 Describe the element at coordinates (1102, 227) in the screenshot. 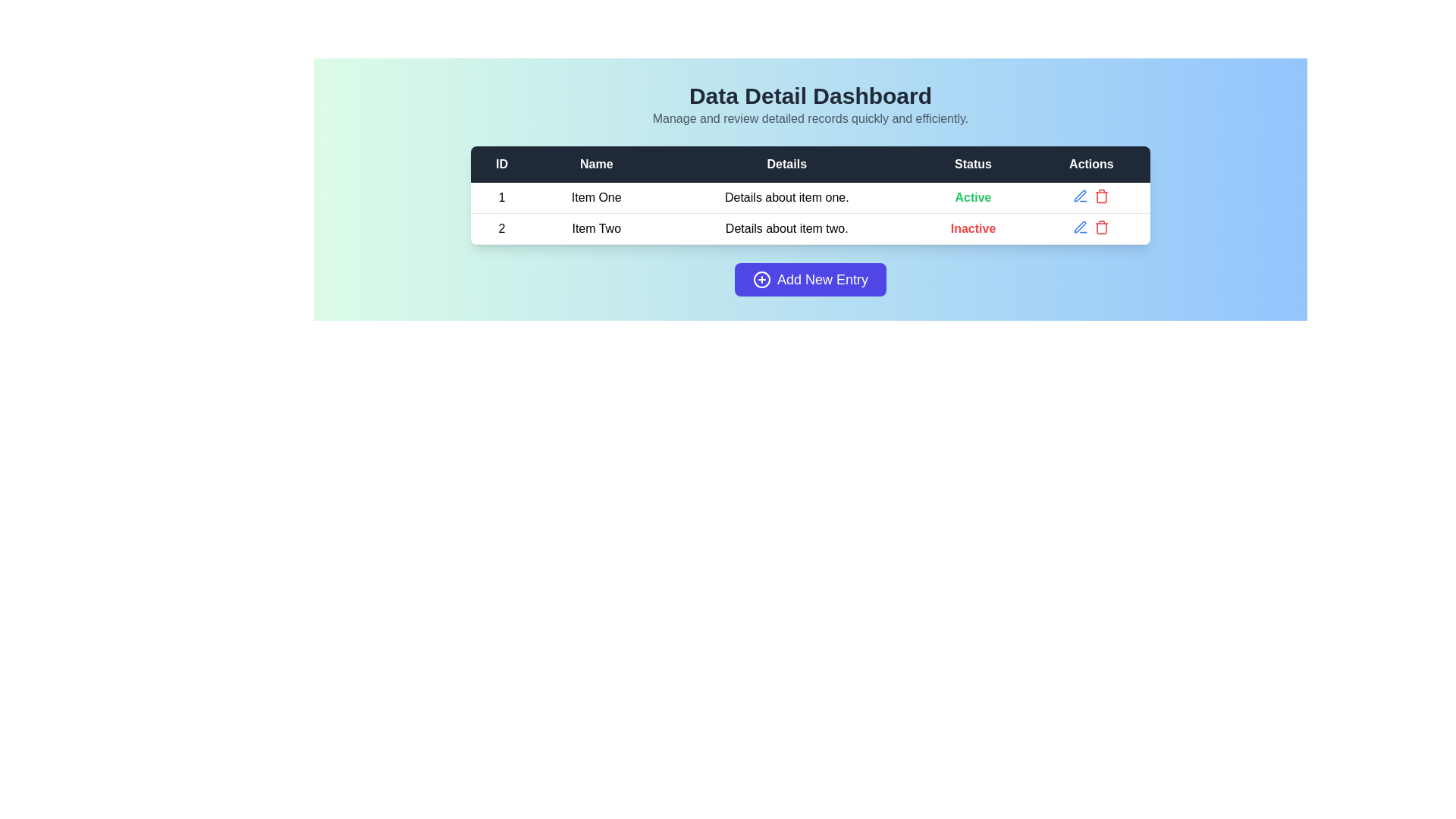

I see `the delete button in the second row of the data table under the 'Actions' column` at that location.